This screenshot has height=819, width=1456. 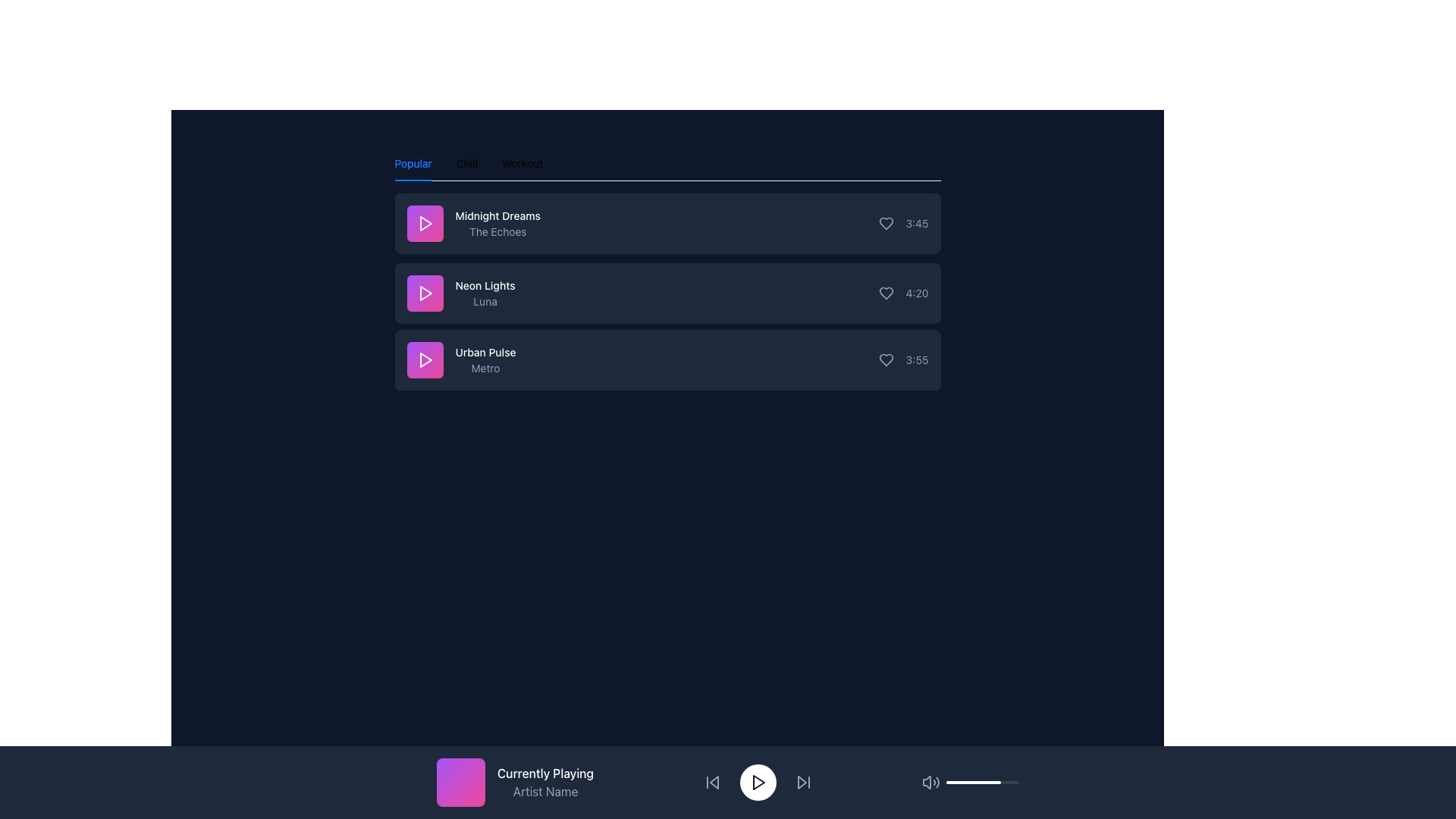 I want to click on the 'Urban Pulse' playlist item, which features a white text heading and a gradient-colored icon with a play symbol, so click(x=460, y=359).